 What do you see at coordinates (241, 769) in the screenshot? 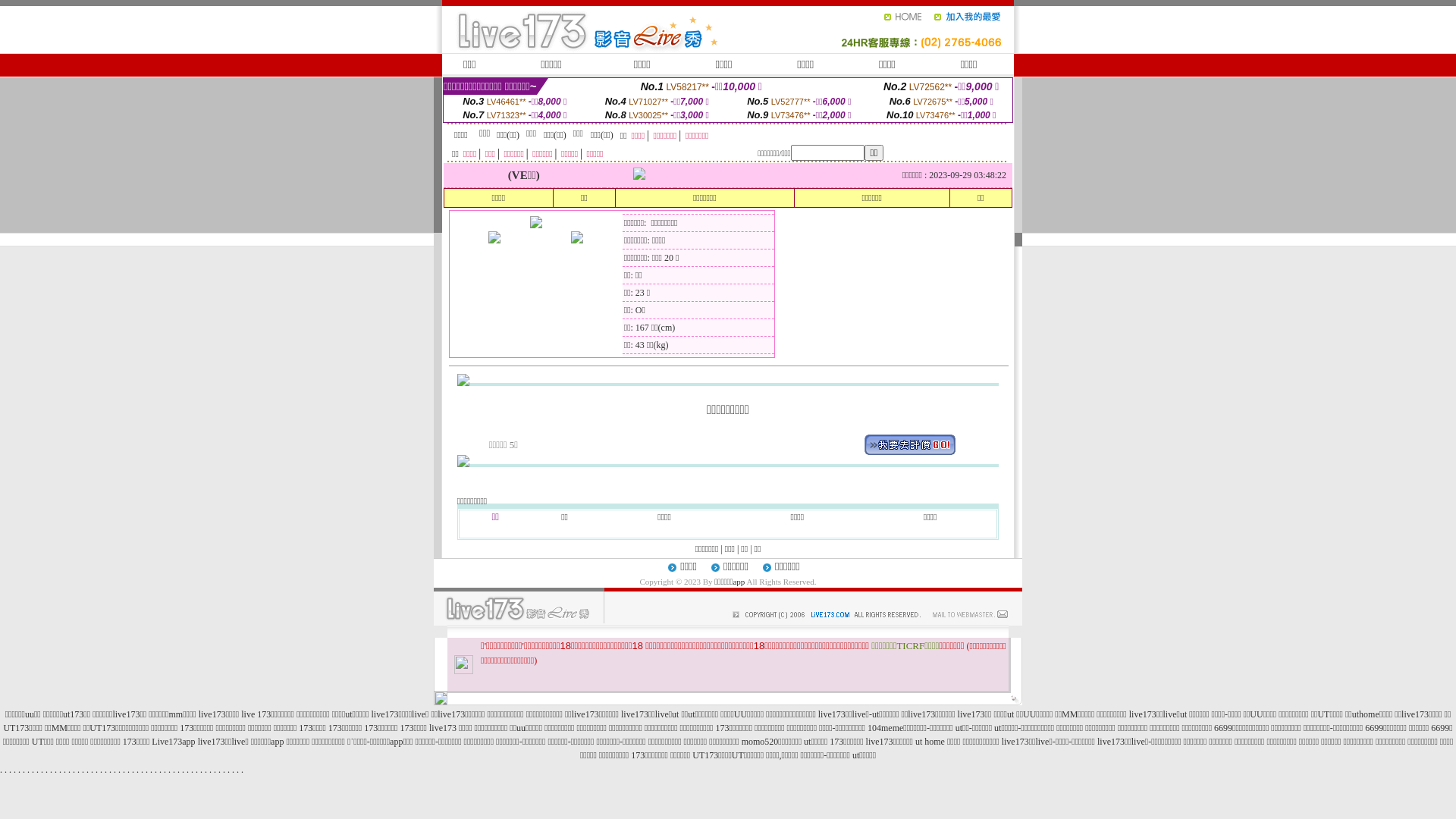
I see `'.'` at bounding box center [241, 769].